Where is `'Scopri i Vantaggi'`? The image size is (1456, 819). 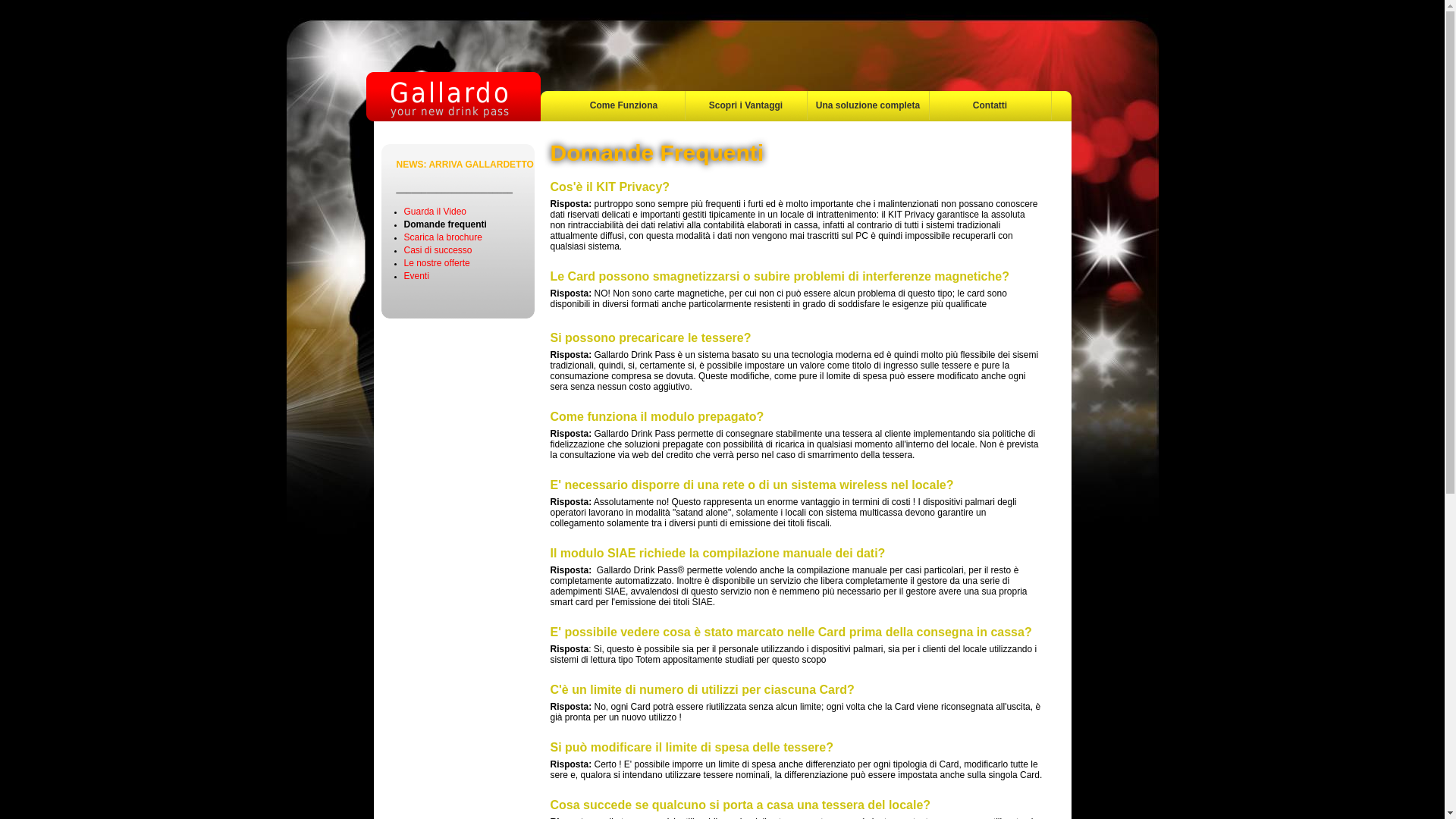
'Scopri i Vantaggi' is located at coordinates (745, 103).